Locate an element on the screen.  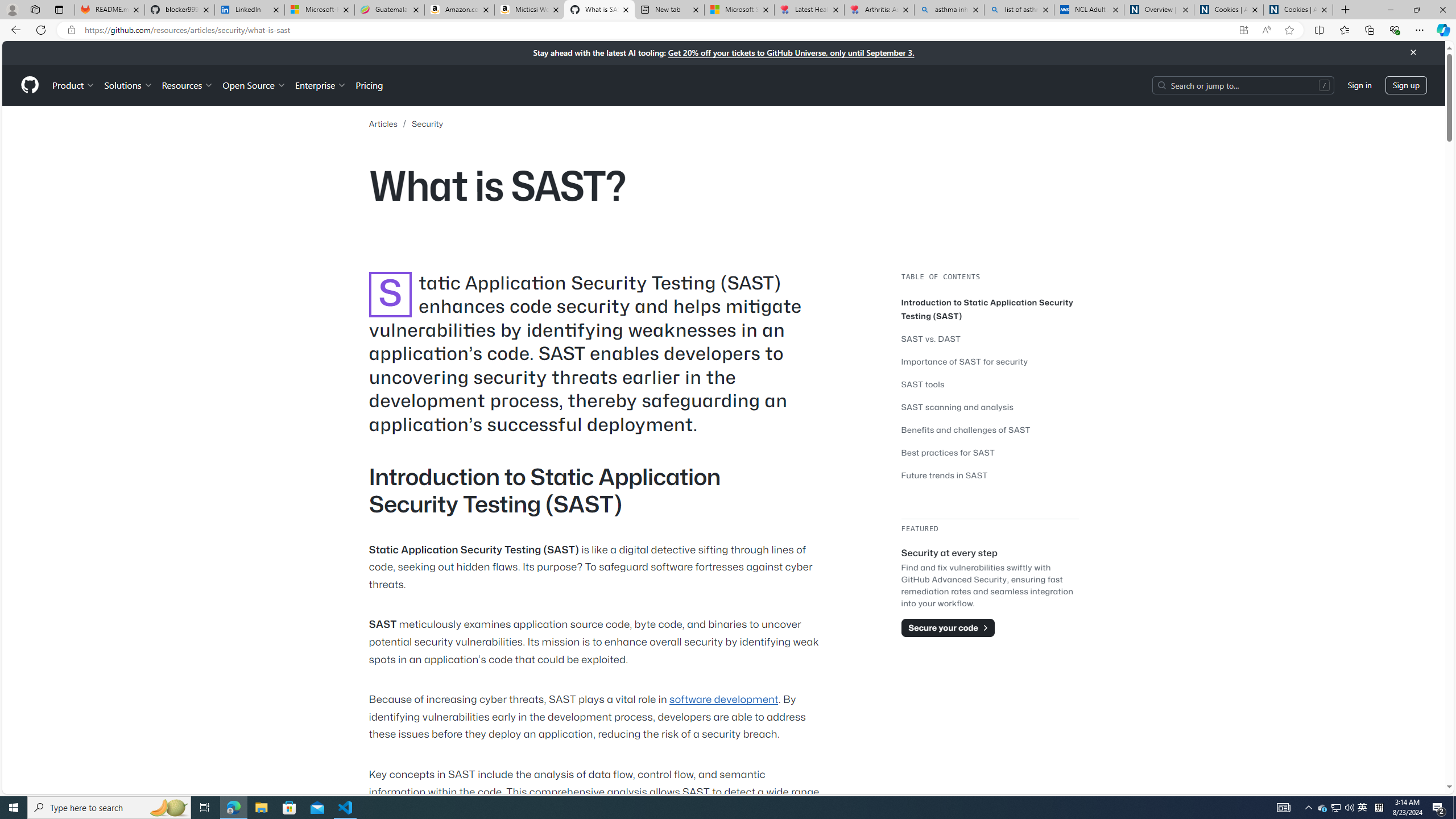
'Benefits and challenges of SAST' is located at coordinates (990, 429).